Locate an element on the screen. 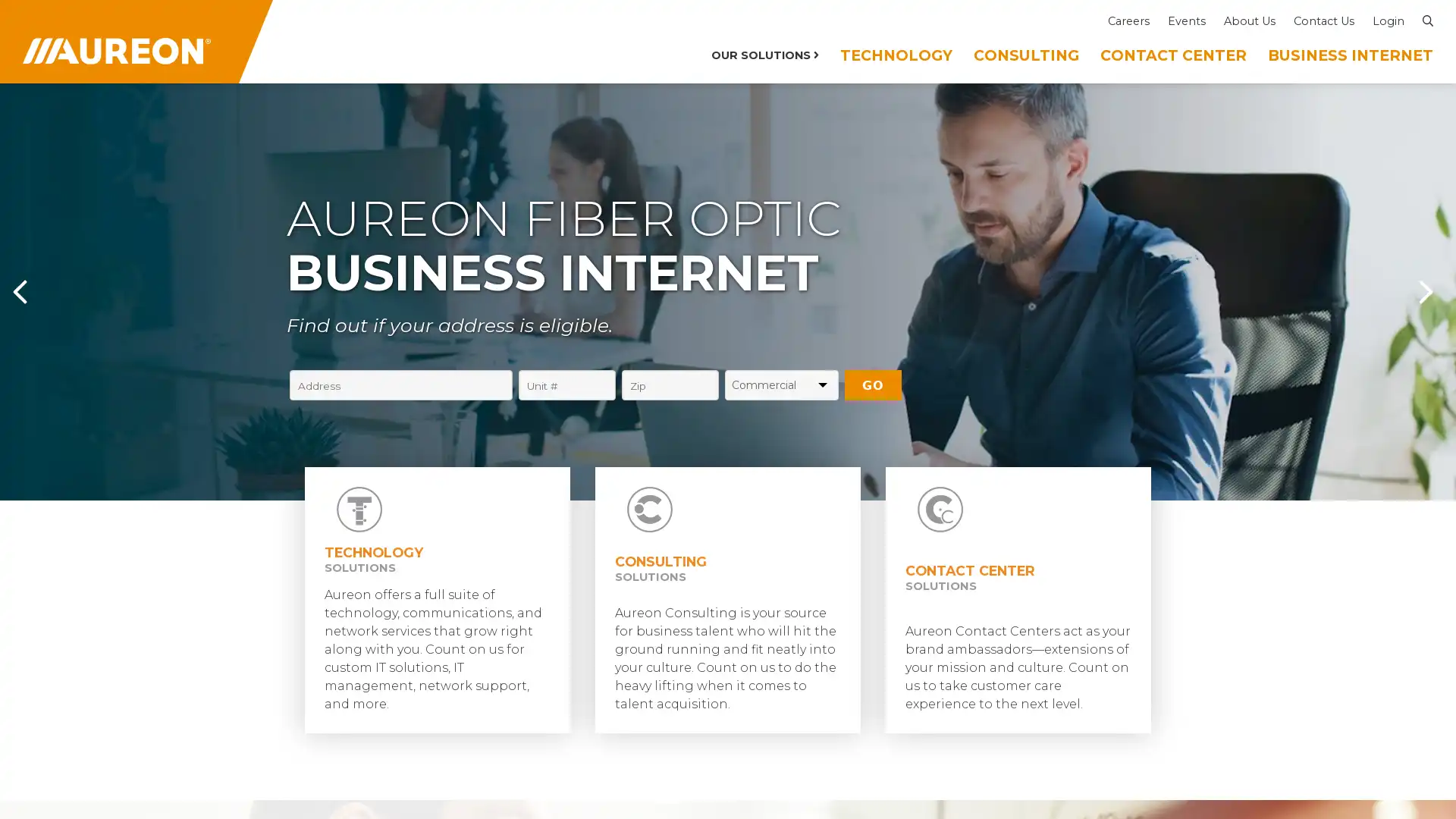  Next is located at coordinates (1429, 292).